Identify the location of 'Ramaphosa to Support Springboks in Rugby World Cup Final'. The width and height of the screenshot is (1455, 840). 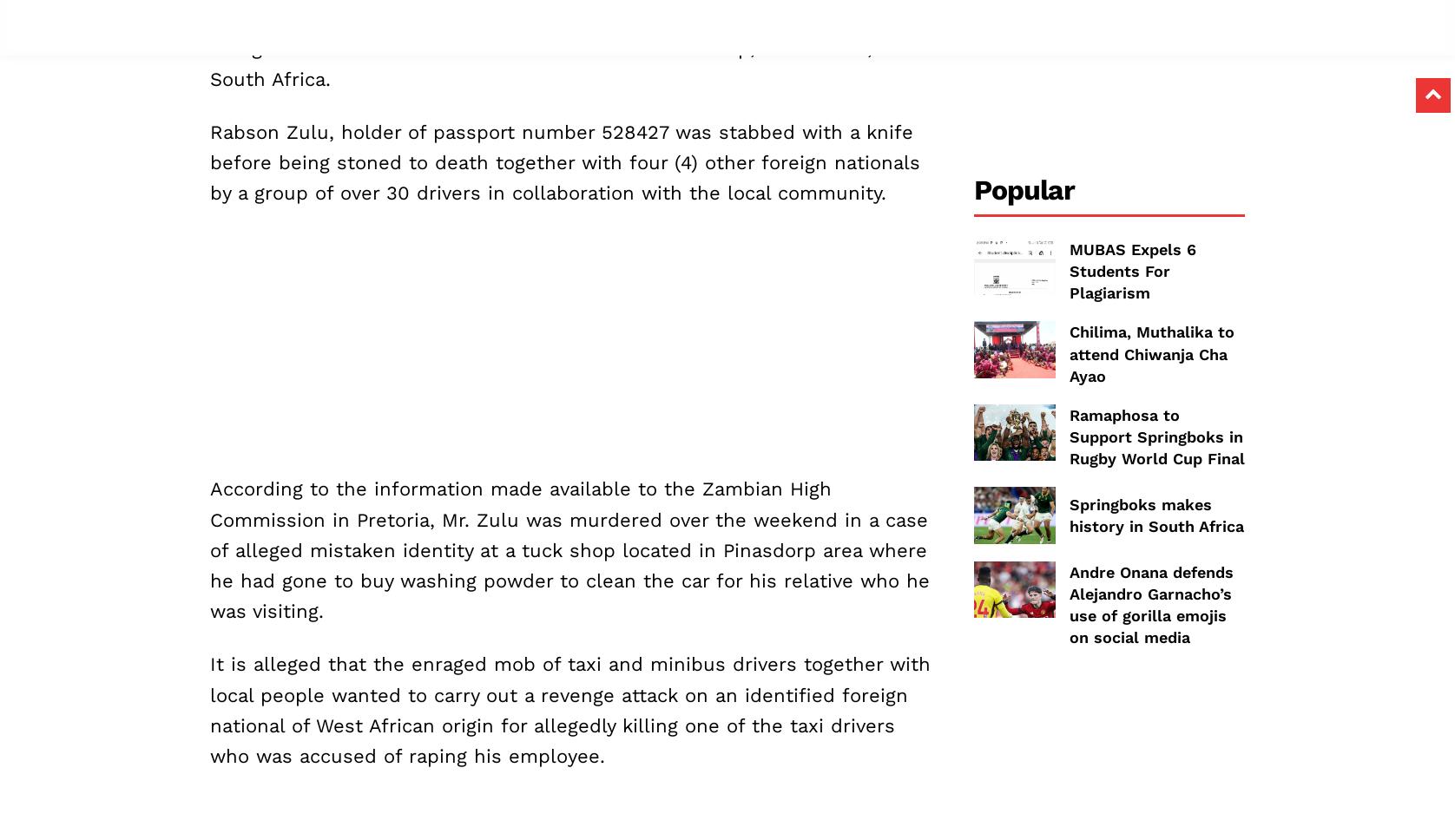
(1155, 436).